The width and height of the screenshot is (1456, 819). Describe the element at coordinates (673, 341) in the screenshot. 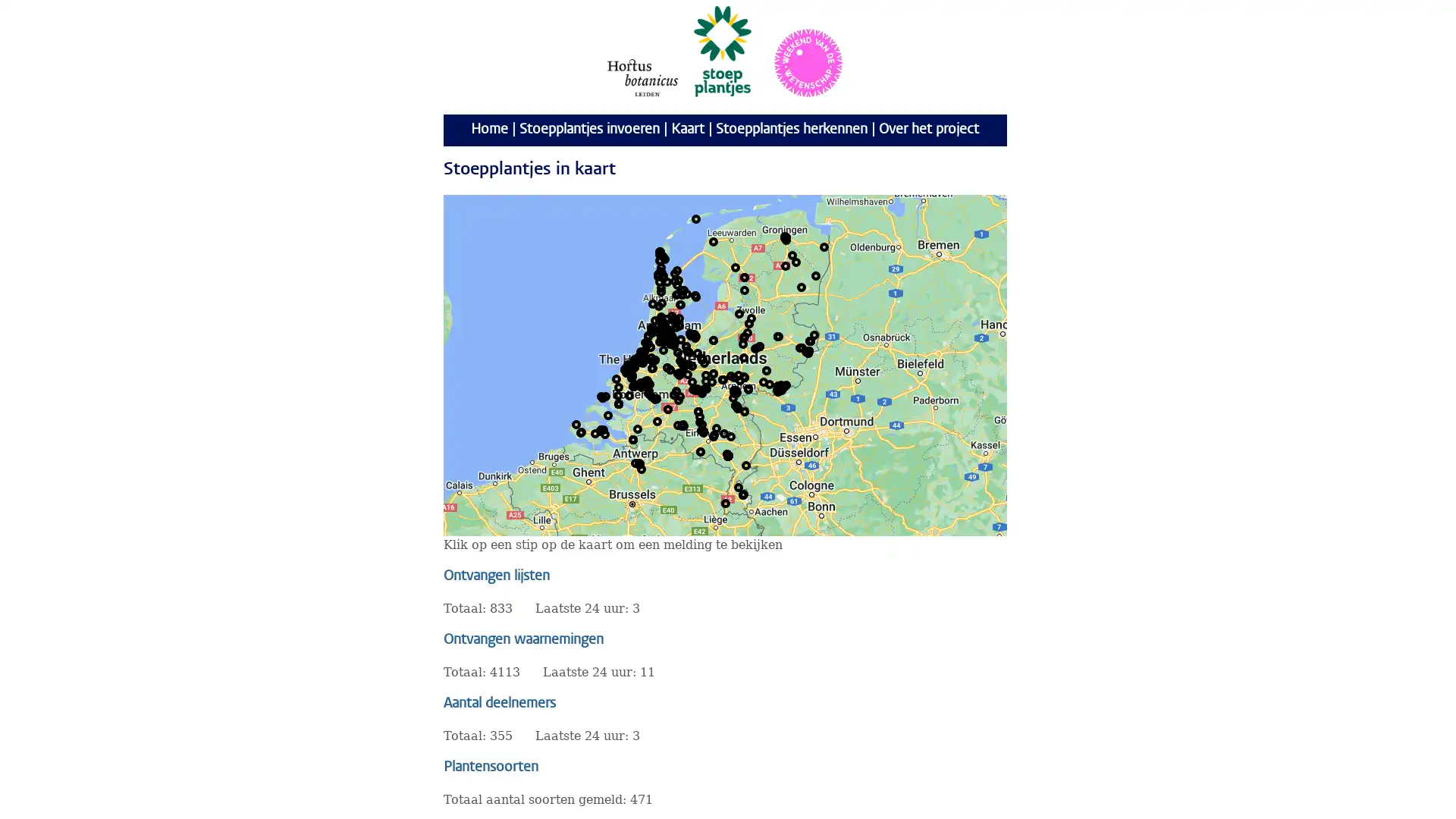

I see `Telling van op 04 juni 2022` at that location.